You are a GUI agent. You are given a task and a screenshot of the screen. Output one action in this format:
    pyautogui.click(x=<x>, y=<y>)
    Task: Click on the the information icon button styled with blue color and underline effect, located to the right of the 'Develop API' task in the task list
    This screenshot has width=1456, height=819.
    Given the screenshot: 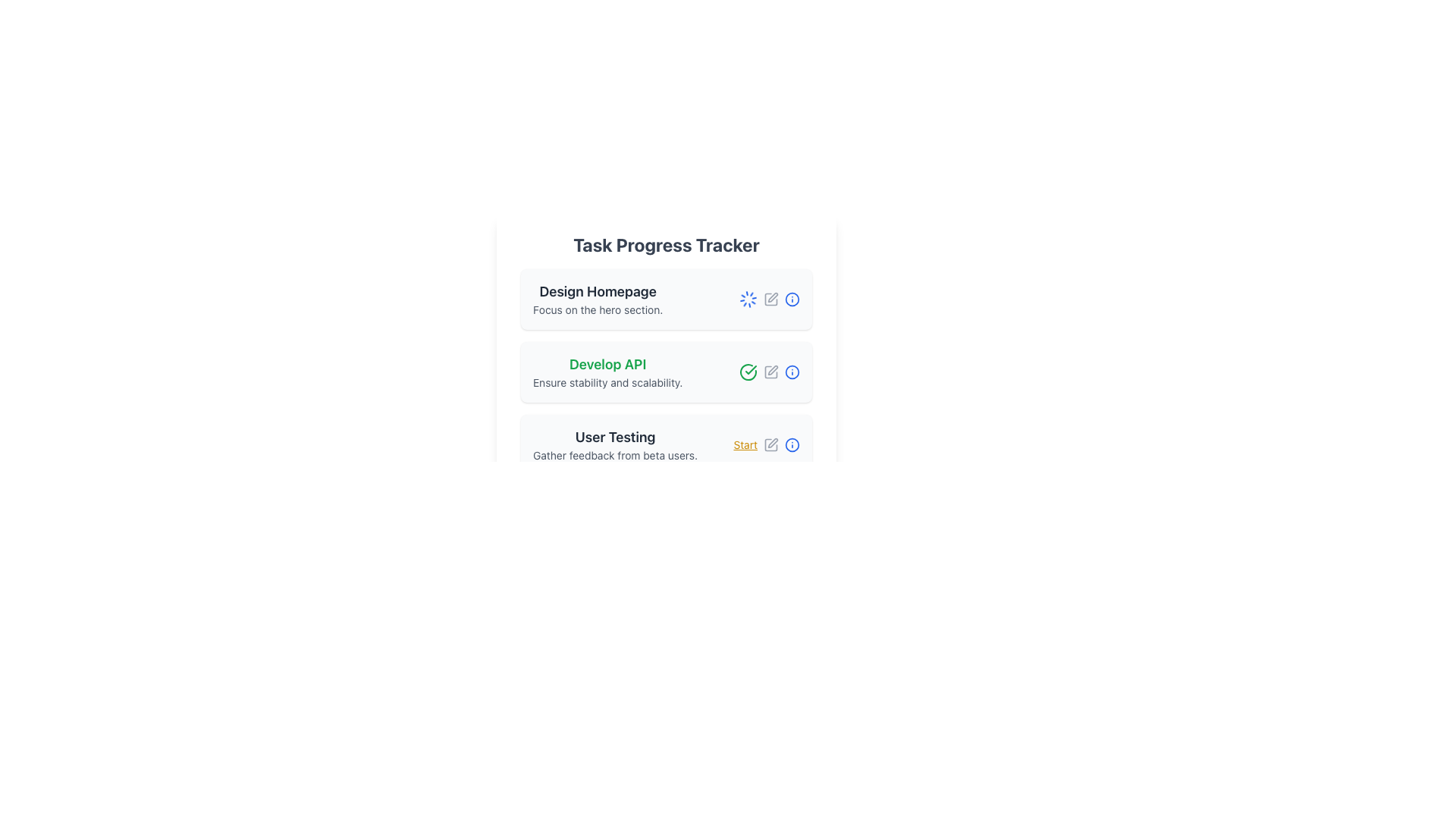 What is the action you would take?
    pyautogui.click(x=792, y=299)
    